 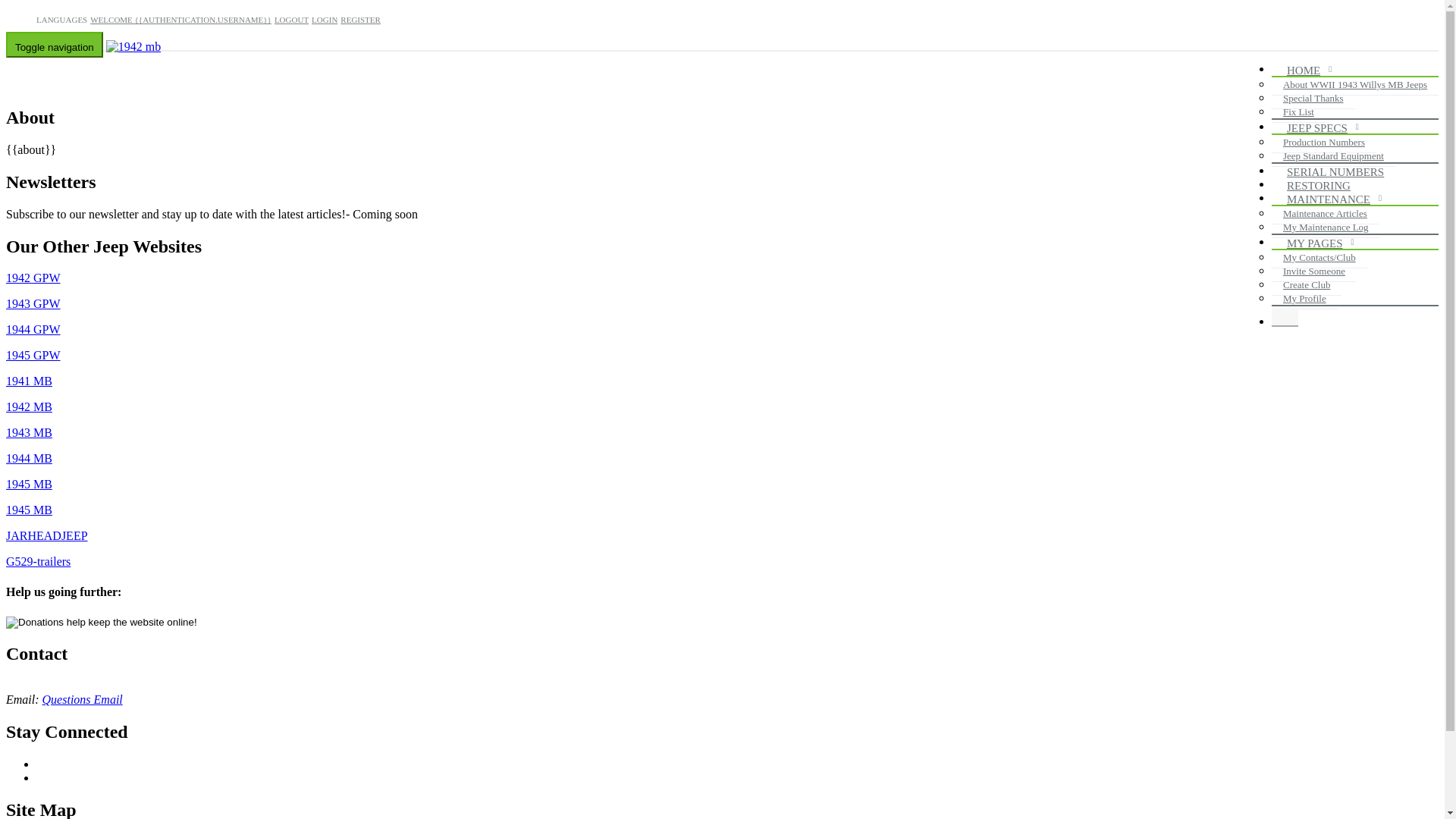 I want to click on 'Maintenance Articles', so click(x=1324, y=213).